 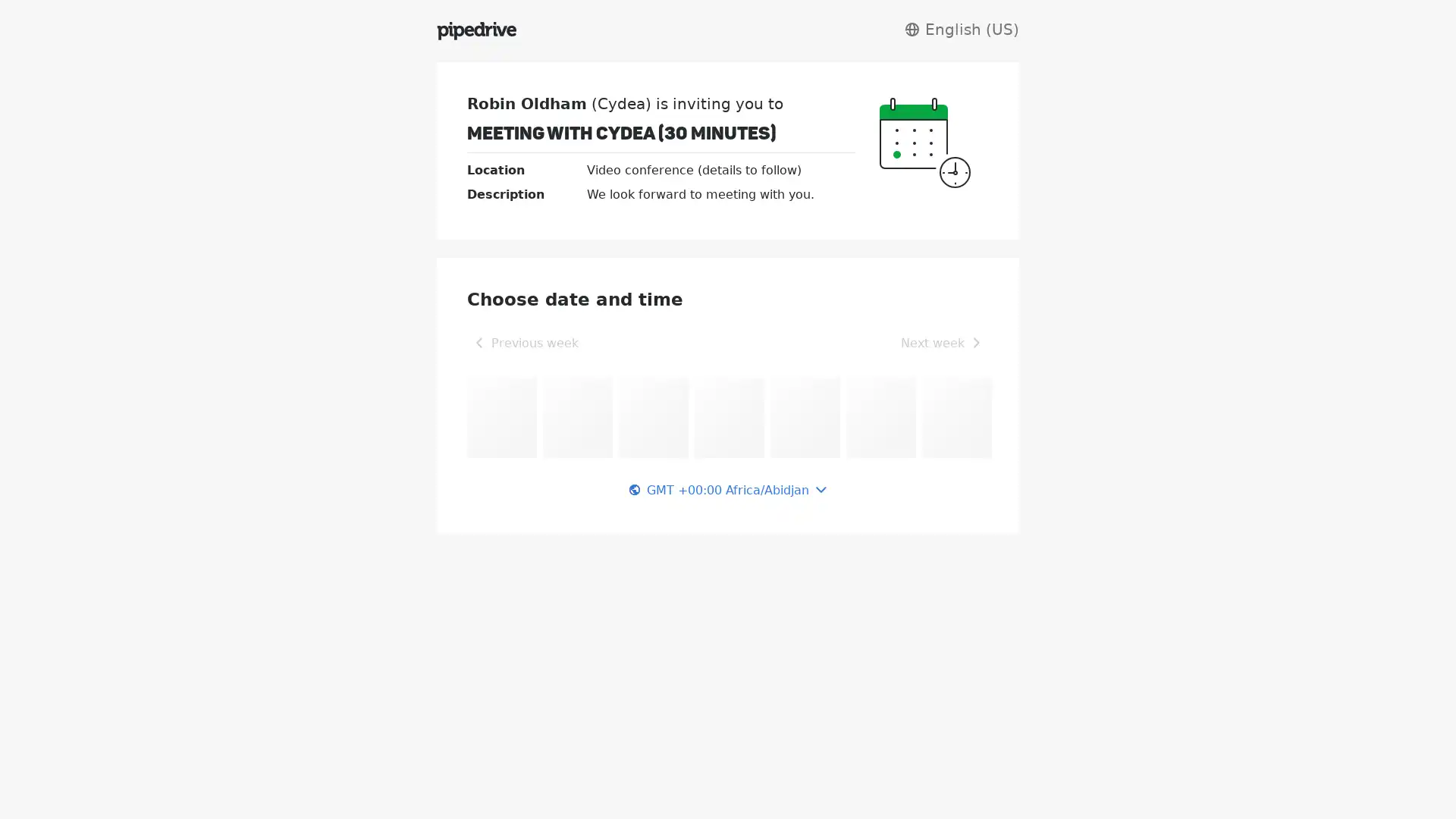 I want to click on Previous week, so click(x=526, y=342).